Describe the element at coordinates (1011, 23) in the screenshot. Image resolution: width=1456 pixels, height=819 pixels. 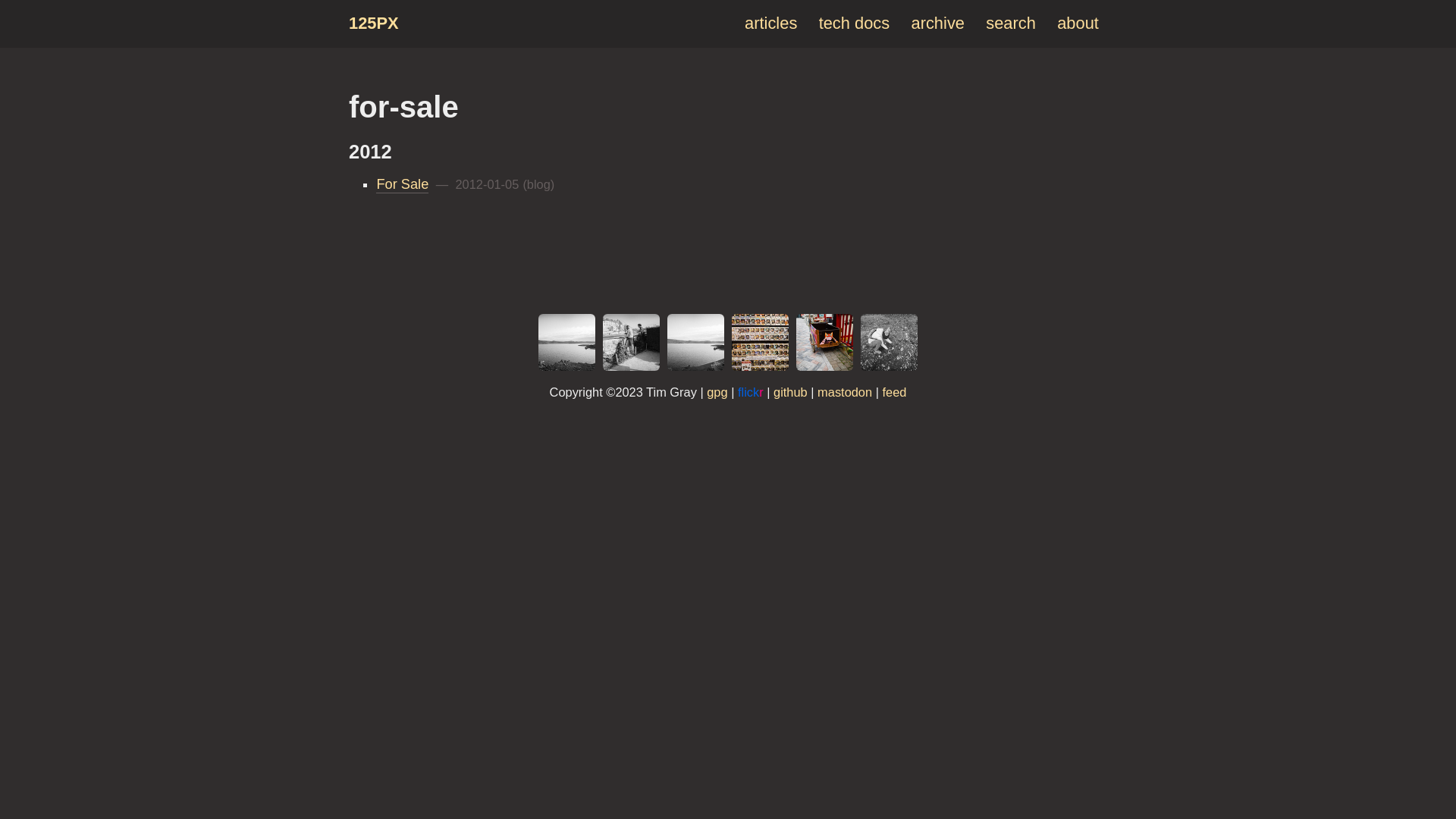
I see `'search'` at that location.